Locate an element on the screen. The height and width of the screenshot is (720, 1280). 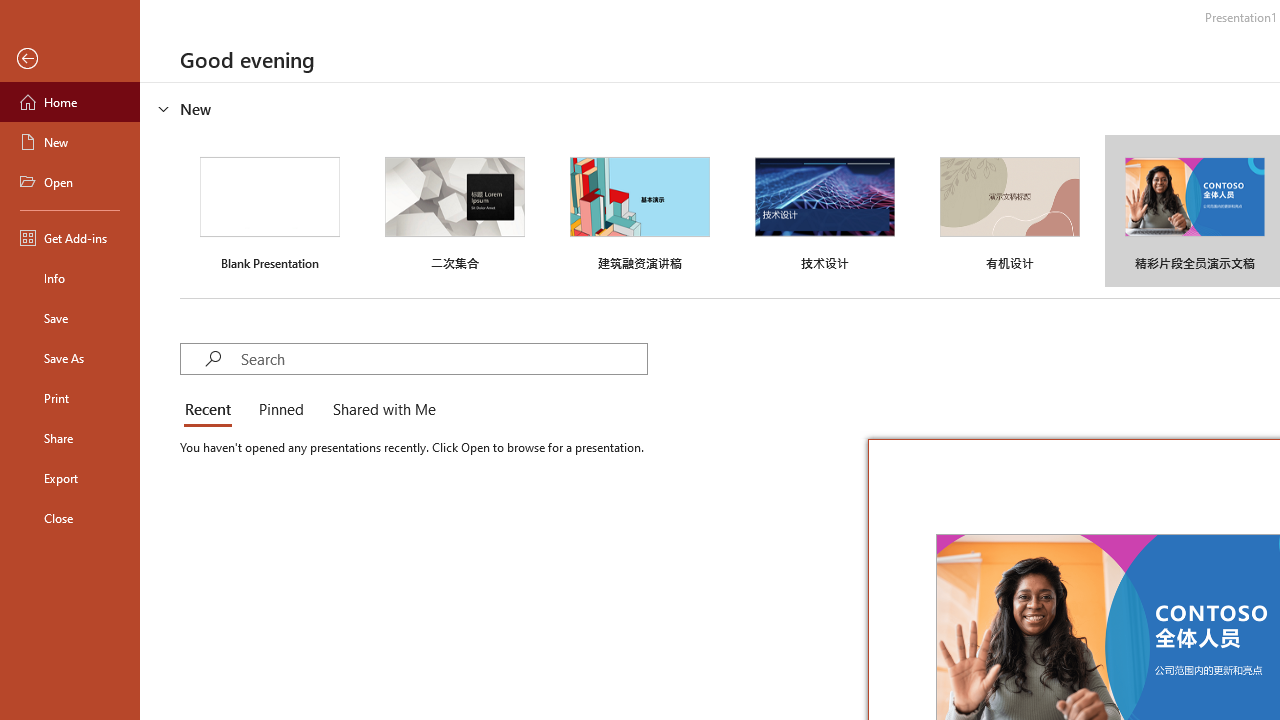
'New' is located at coordinates (69, 140).